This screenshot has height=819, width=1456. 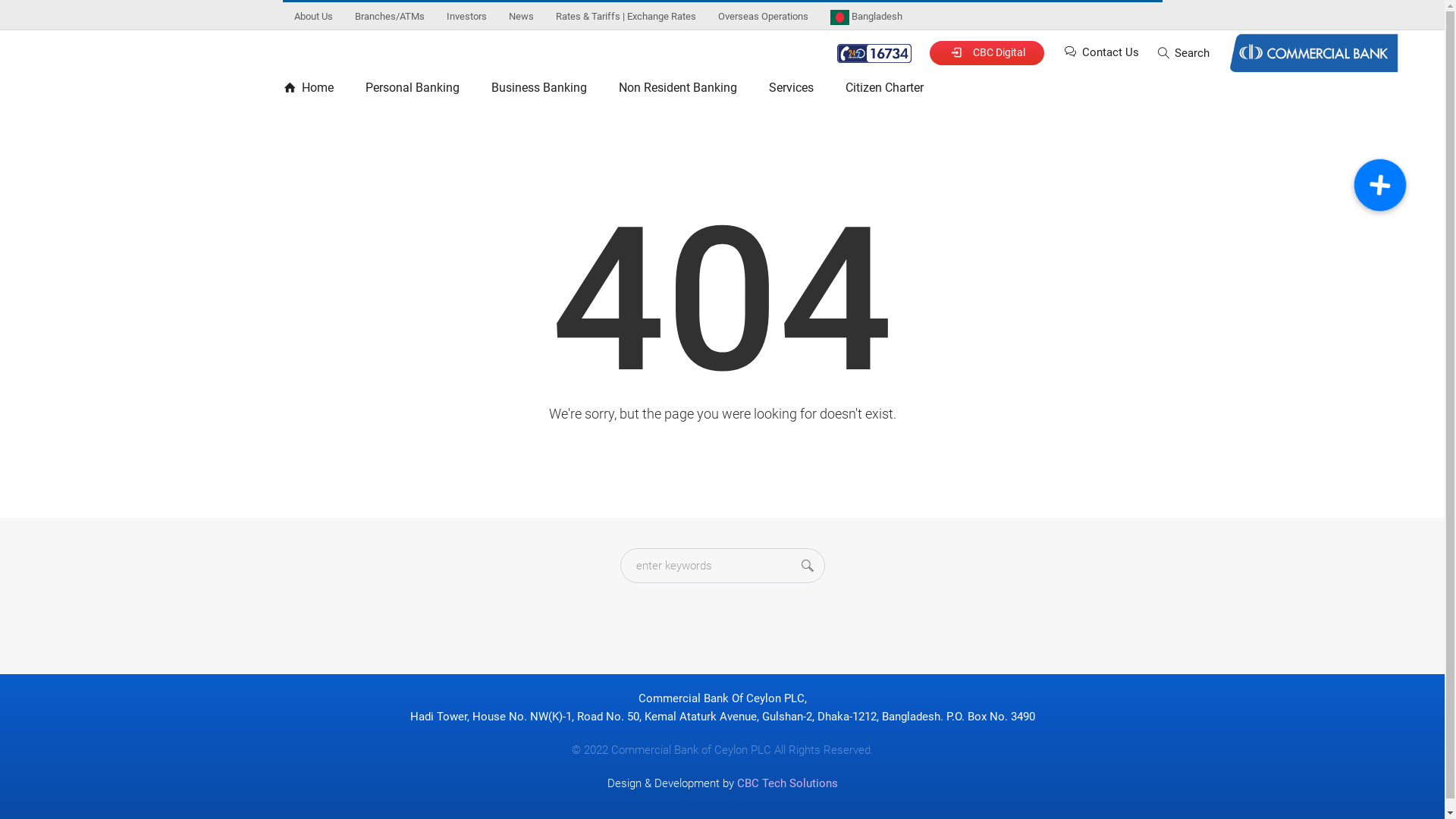 I want to click on 'Personal Banking', so click(x=411, y=90).